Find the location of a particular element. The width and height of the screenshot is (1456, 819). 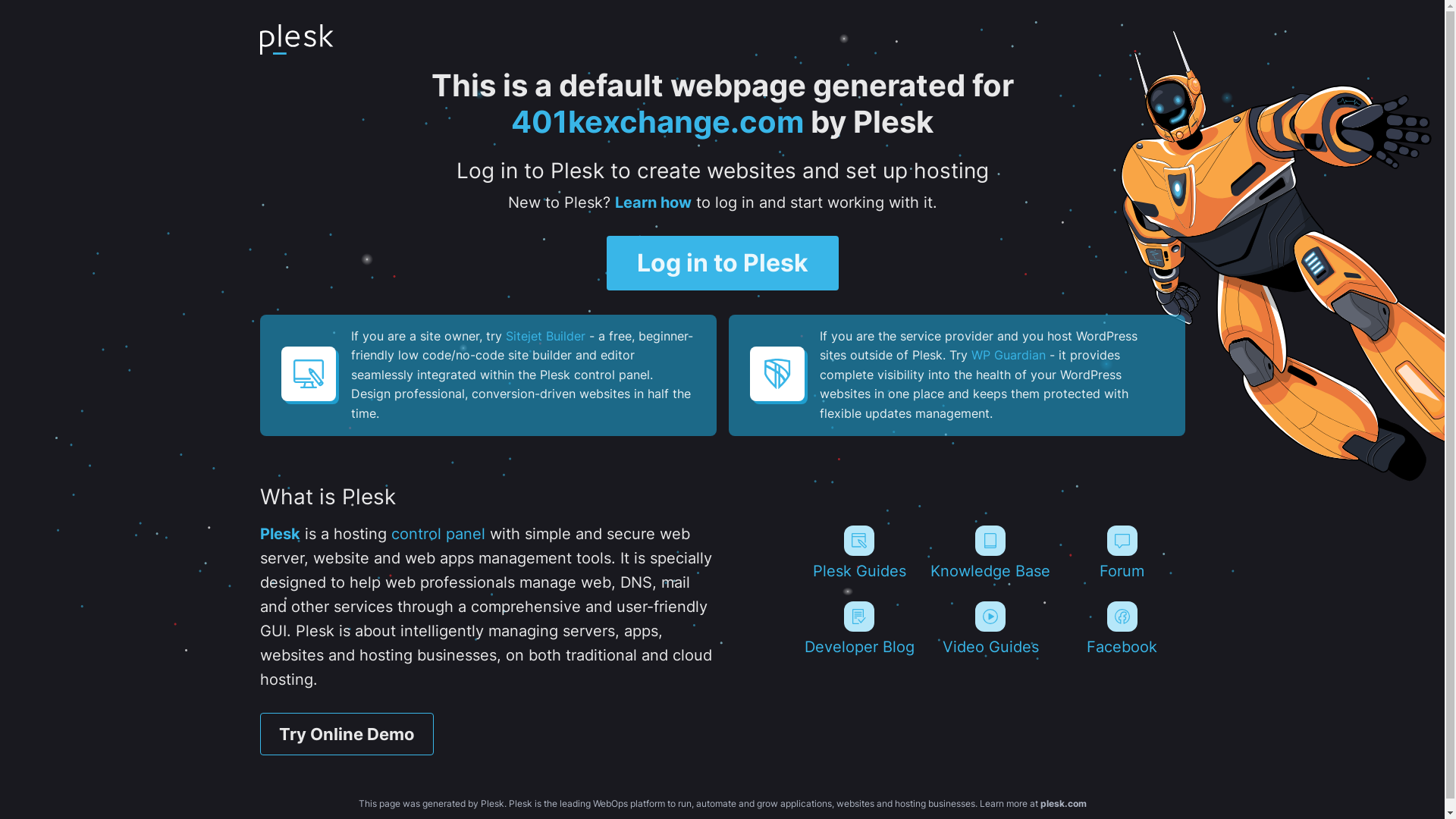

'plesk.com' is located at coordinates (1062, 802).